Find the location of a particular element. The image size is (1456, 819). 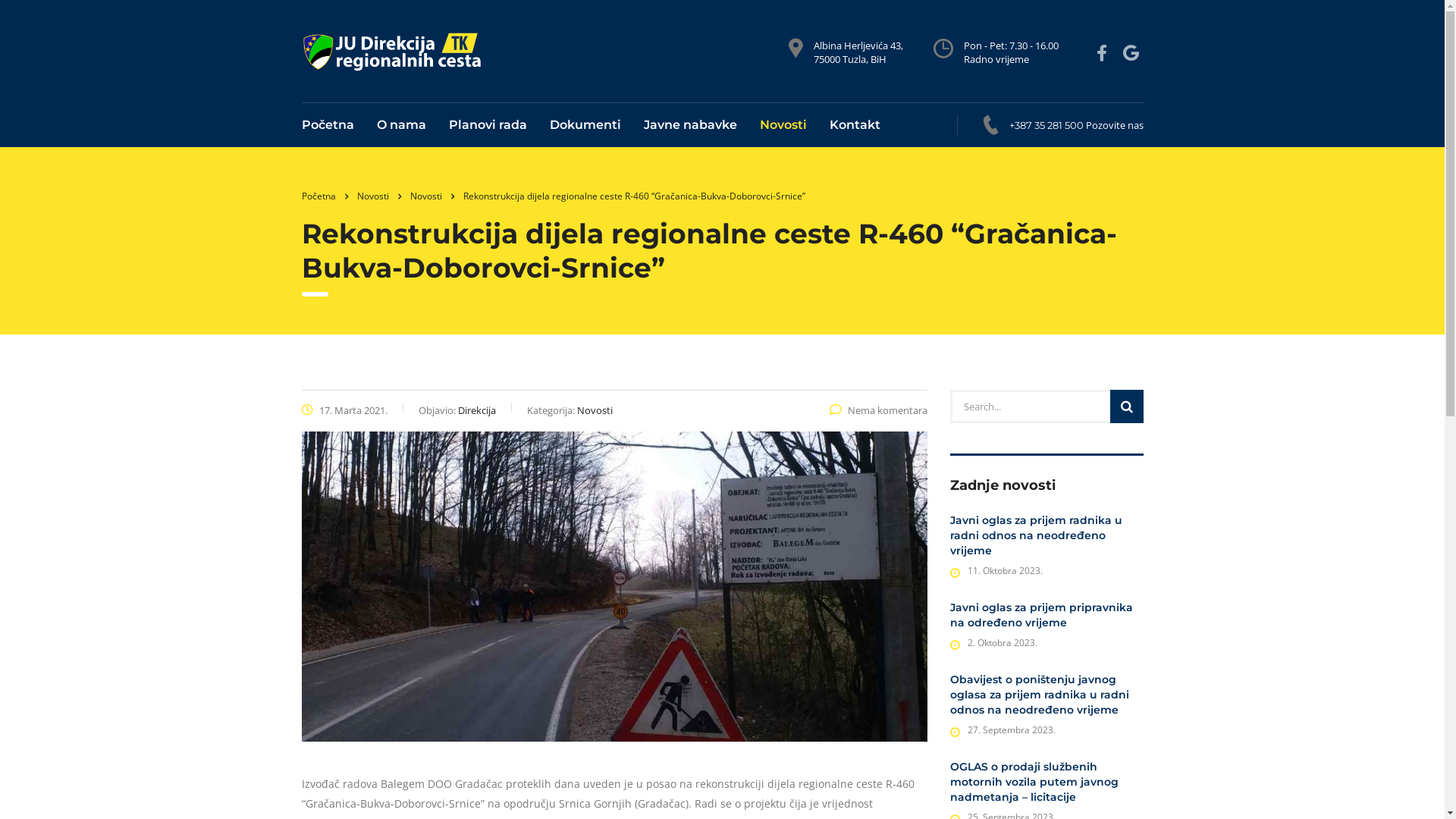

'Kontakt' is located at coordinates (847, 124).